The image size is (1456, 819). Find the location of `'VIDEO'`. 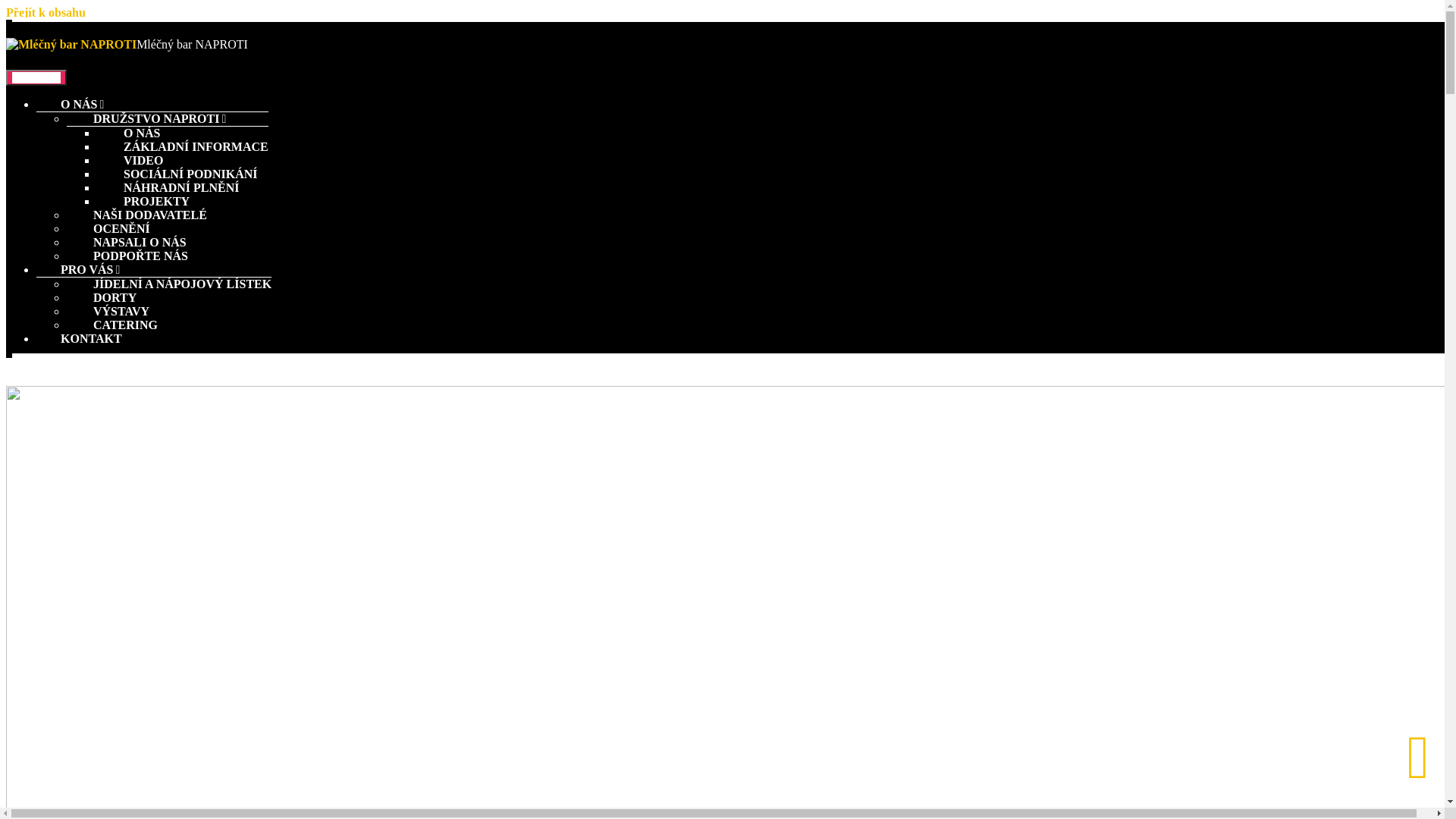

'VIDEO' is located at coordinates (130, 160).